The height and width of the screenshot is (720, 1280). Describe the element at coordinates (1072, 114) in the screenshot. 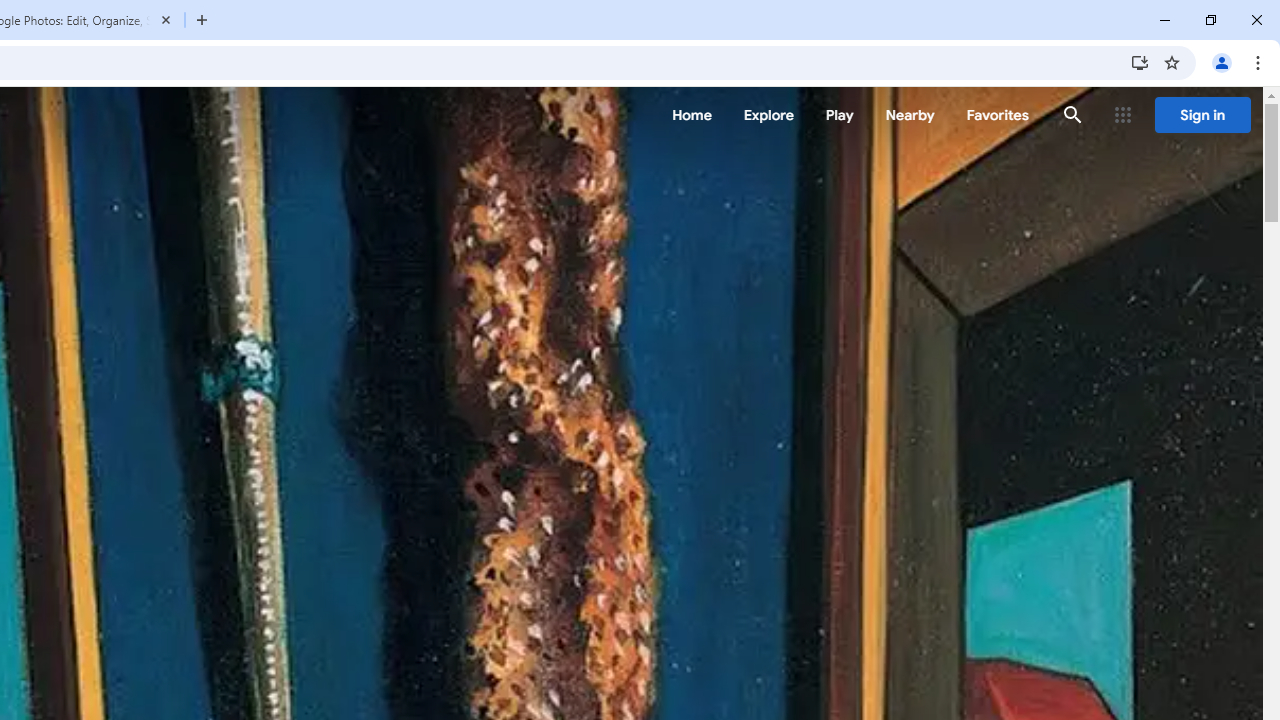

I see `'Search'` at that location.